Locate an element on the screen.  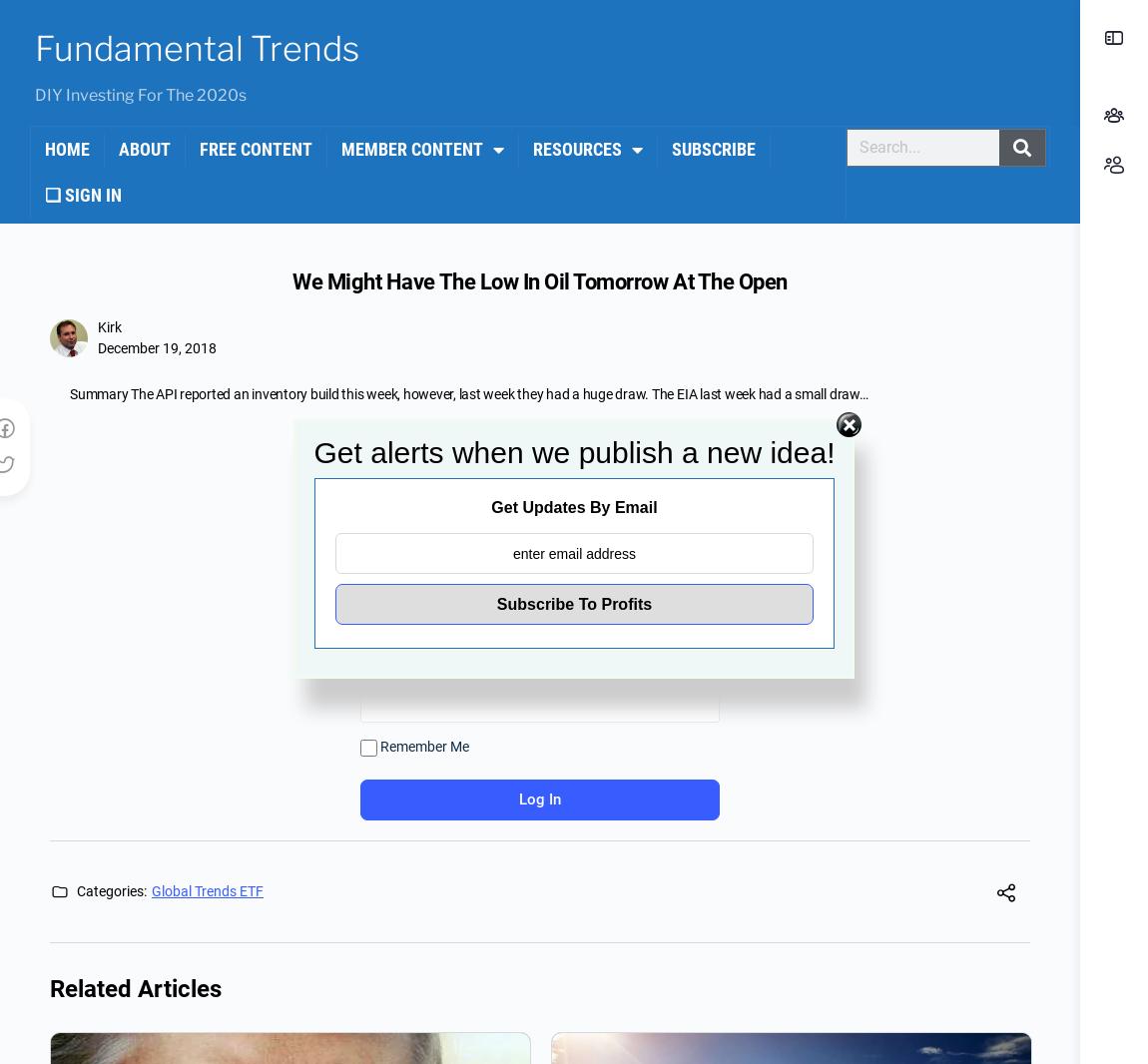
'December 19, 2018' is located at coordinates (156, 348).